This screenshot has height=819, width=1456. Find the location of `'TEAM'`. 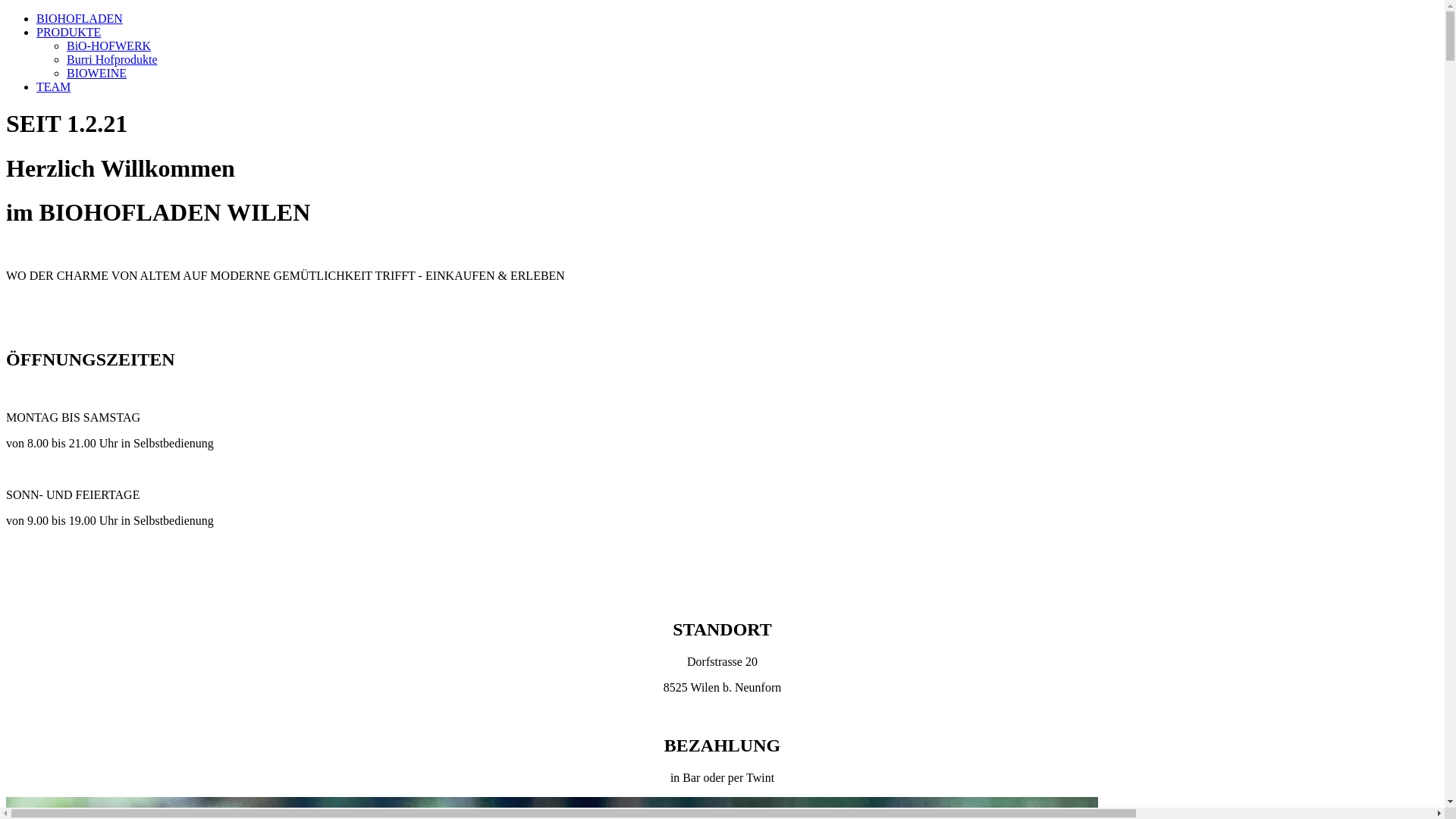

'TEAM' is located at coordinates (36, 86).